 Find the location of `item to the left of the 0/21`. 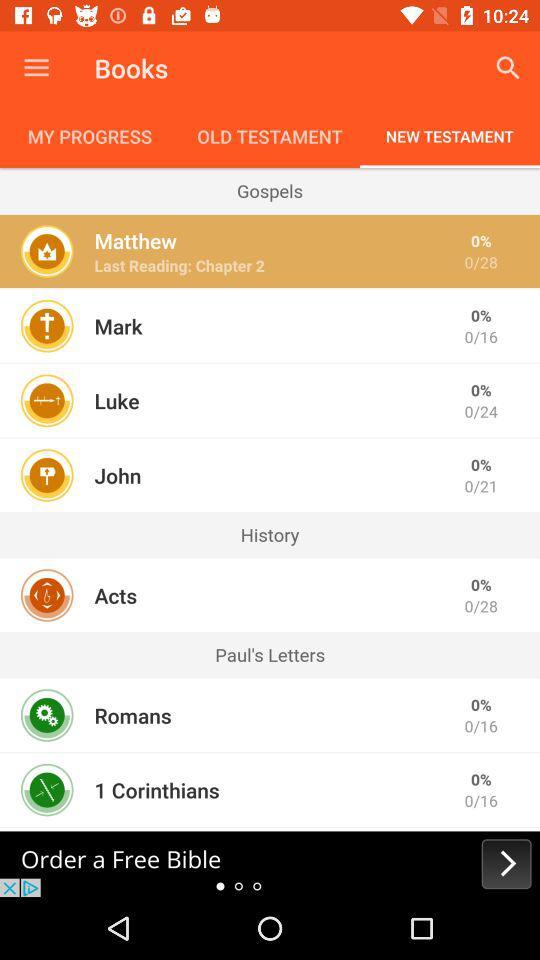

item to the left of the 0/21 is located at coordinates (117, 475).